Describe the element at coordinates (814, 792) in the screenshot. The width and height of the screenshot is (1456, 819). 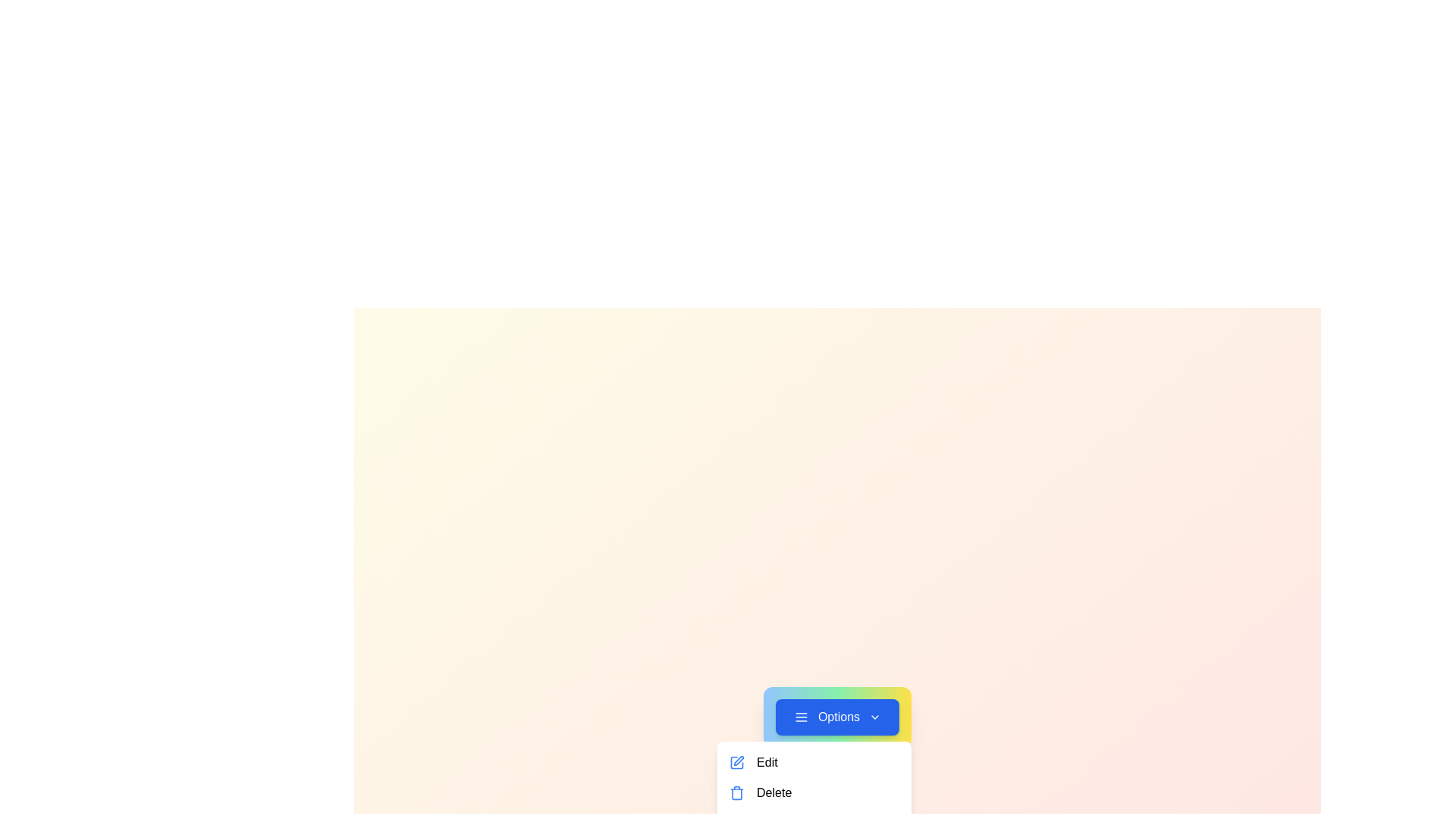
I see `the menu option Delete` at that location.